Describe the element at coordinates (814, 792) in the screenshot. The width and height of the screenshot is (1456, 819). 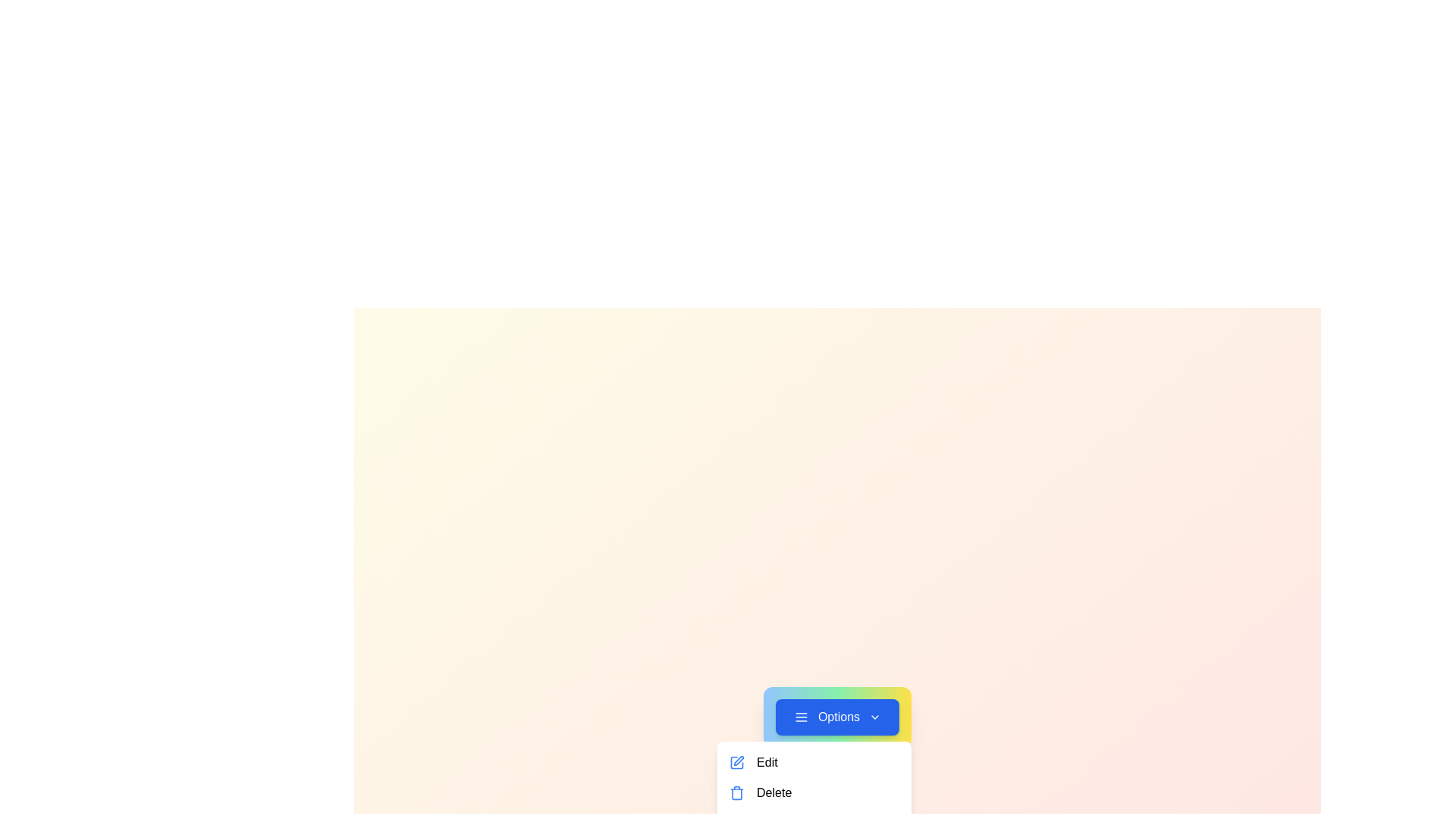
I see `the menu option Delete` at that location.